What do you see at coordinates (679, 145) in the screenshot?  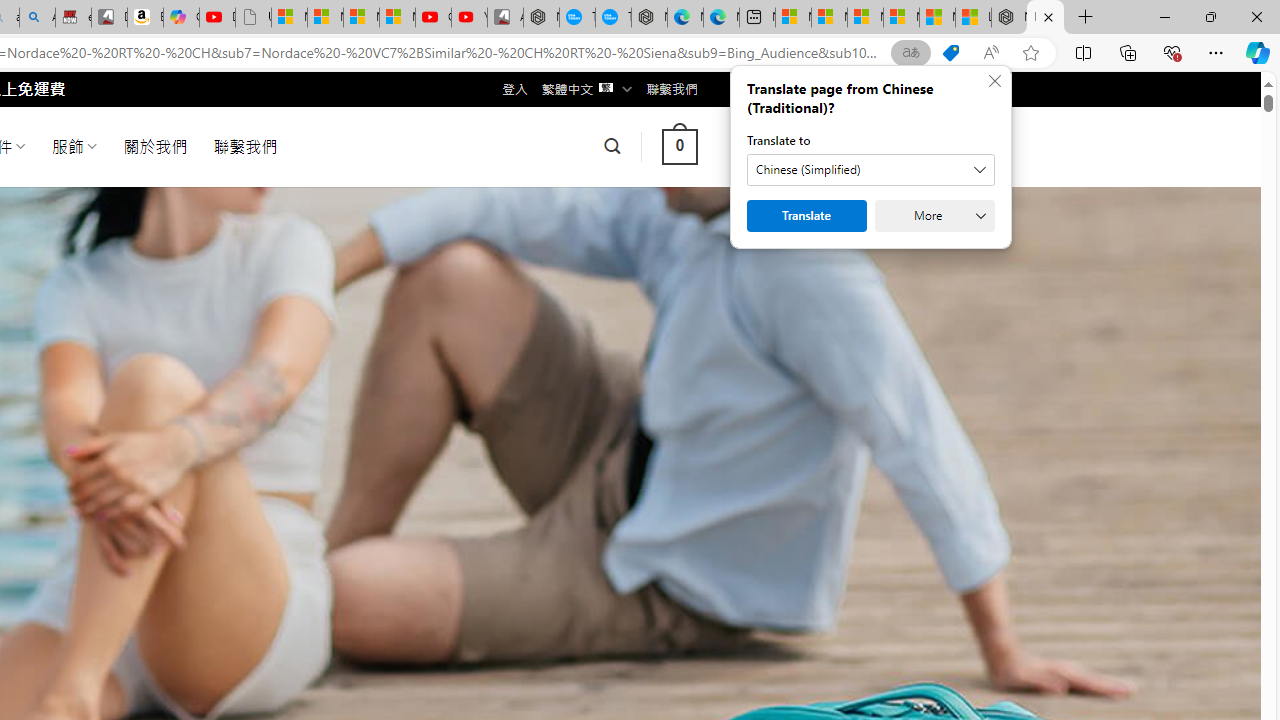 I see `' 0 '` at bounding box center [679, 145].